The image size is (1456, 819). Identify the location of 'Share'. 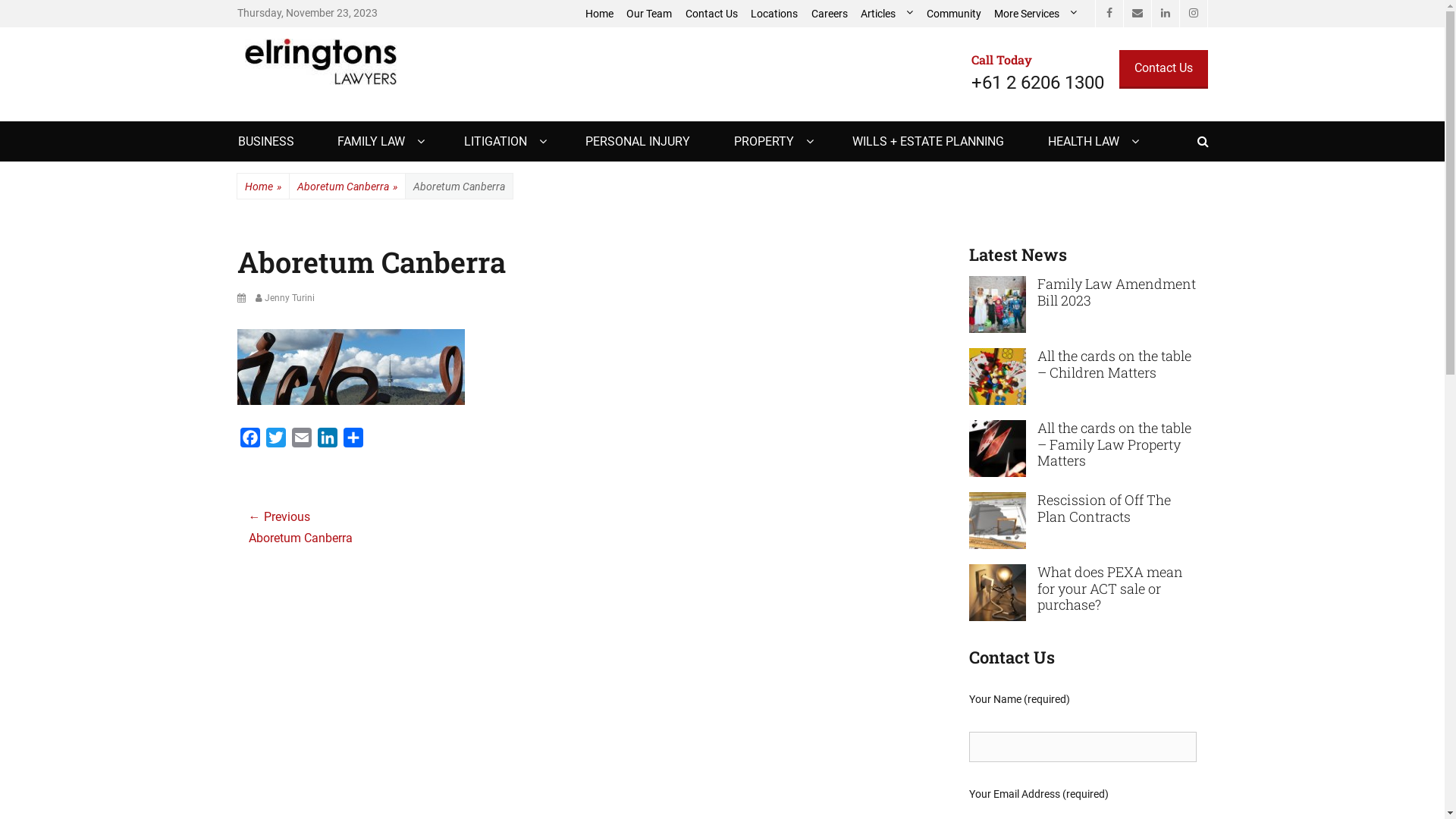
(352, 441).